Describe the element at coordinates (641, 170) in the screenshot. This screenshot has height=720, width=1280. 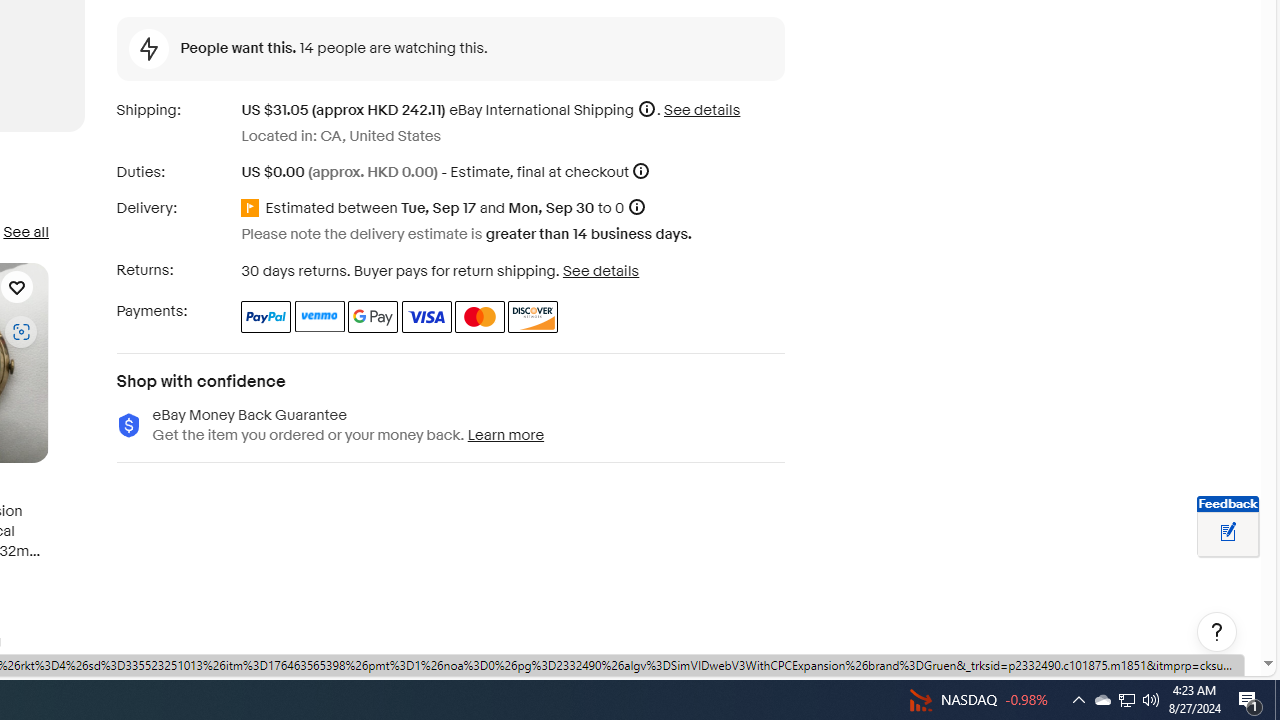
I see `'More information'` at that location.